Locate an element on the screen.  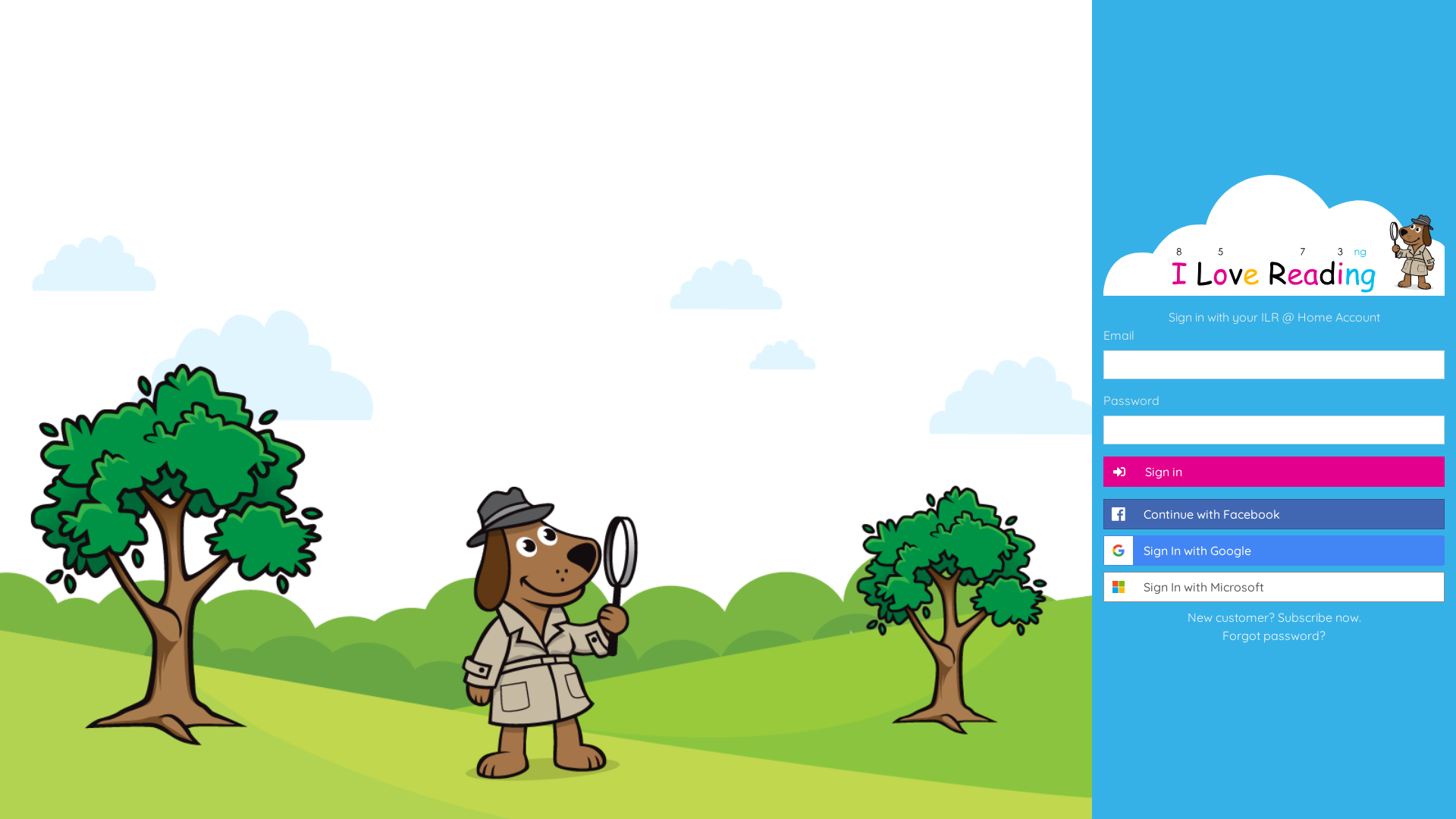
'Sign In with Microsoft' is located at coordinates (1274, 586).